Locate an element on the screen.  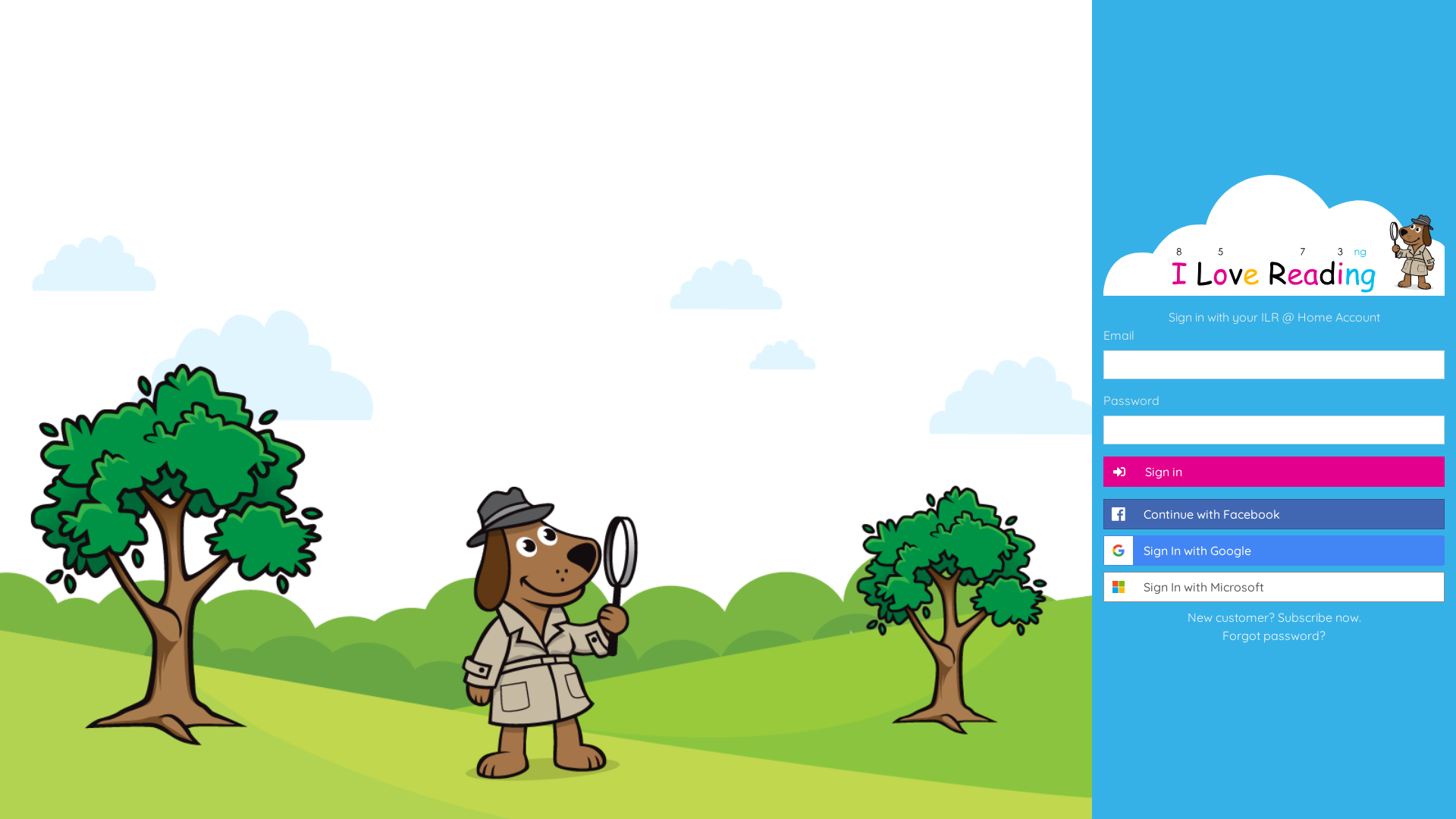
'Sign In with Microsoft' is located at coordinates (1274, 586).